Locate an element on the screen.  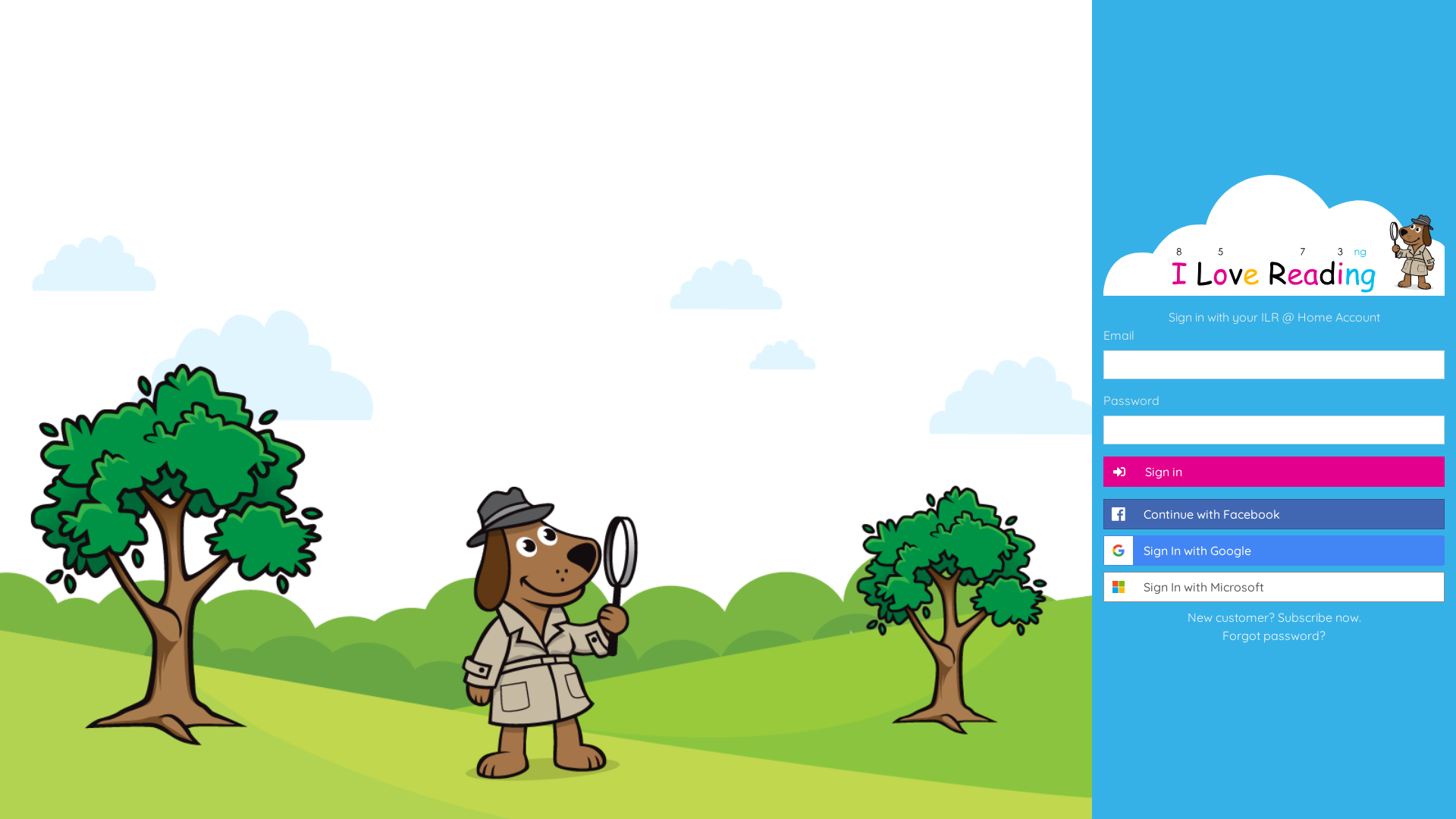
'Sign In with Microsoft' is located at coordinates (1274, 586).